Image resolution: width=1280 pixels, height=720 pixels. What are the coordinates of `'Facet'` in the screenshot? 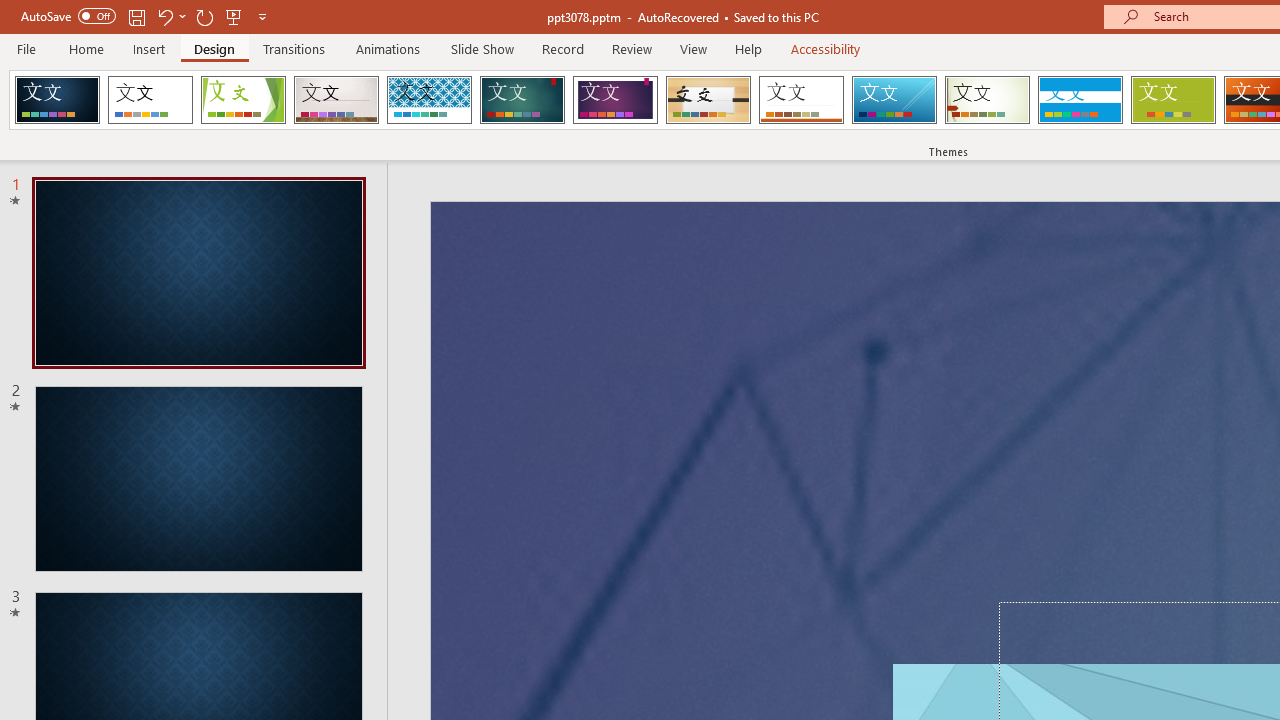 It's located at (242, 100).